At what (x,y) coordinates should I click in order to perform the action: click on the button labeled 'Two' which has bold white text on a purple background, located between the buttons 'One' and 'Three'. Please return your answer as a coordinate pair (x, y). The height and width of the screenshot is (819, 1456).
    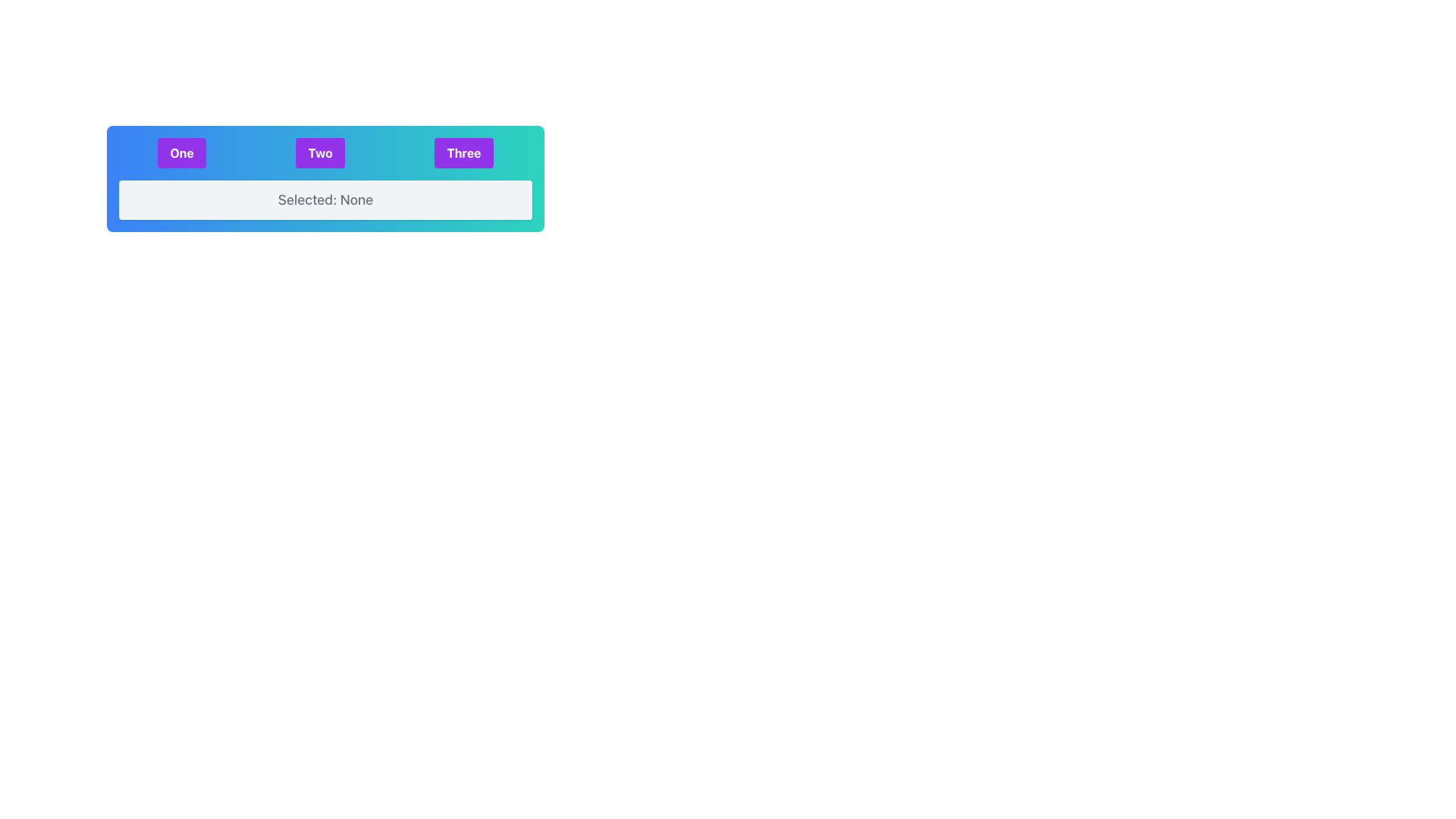
    Looking at the image, I should click on (319, 152).